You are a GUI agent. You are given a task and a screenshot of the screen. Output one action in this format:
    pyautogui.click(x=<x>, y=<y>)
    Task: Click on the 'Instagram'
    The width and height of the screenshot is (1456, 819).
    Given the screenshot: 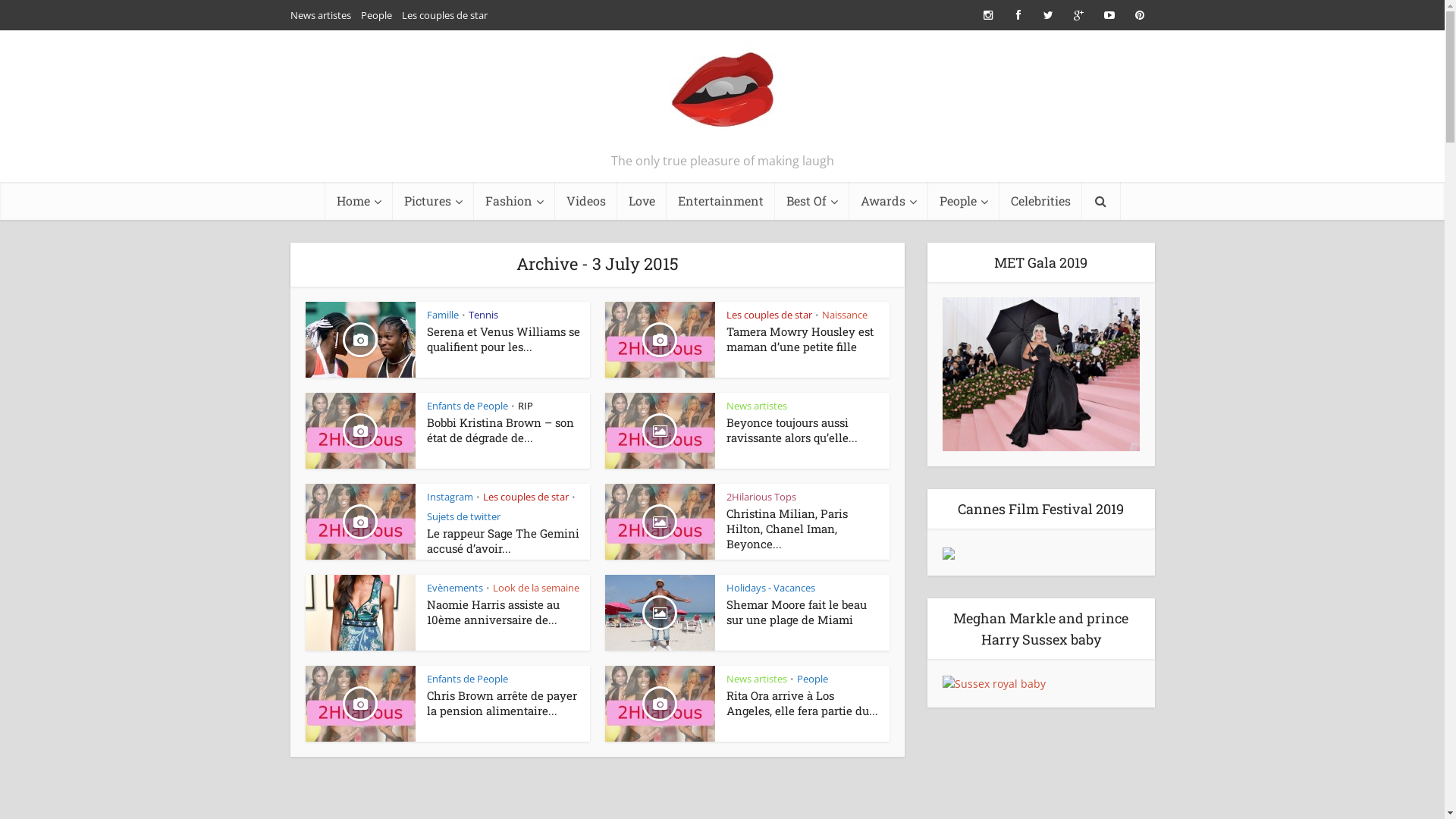 What is the action you would take?
    pyautogui.click(x=448, y=497)
    